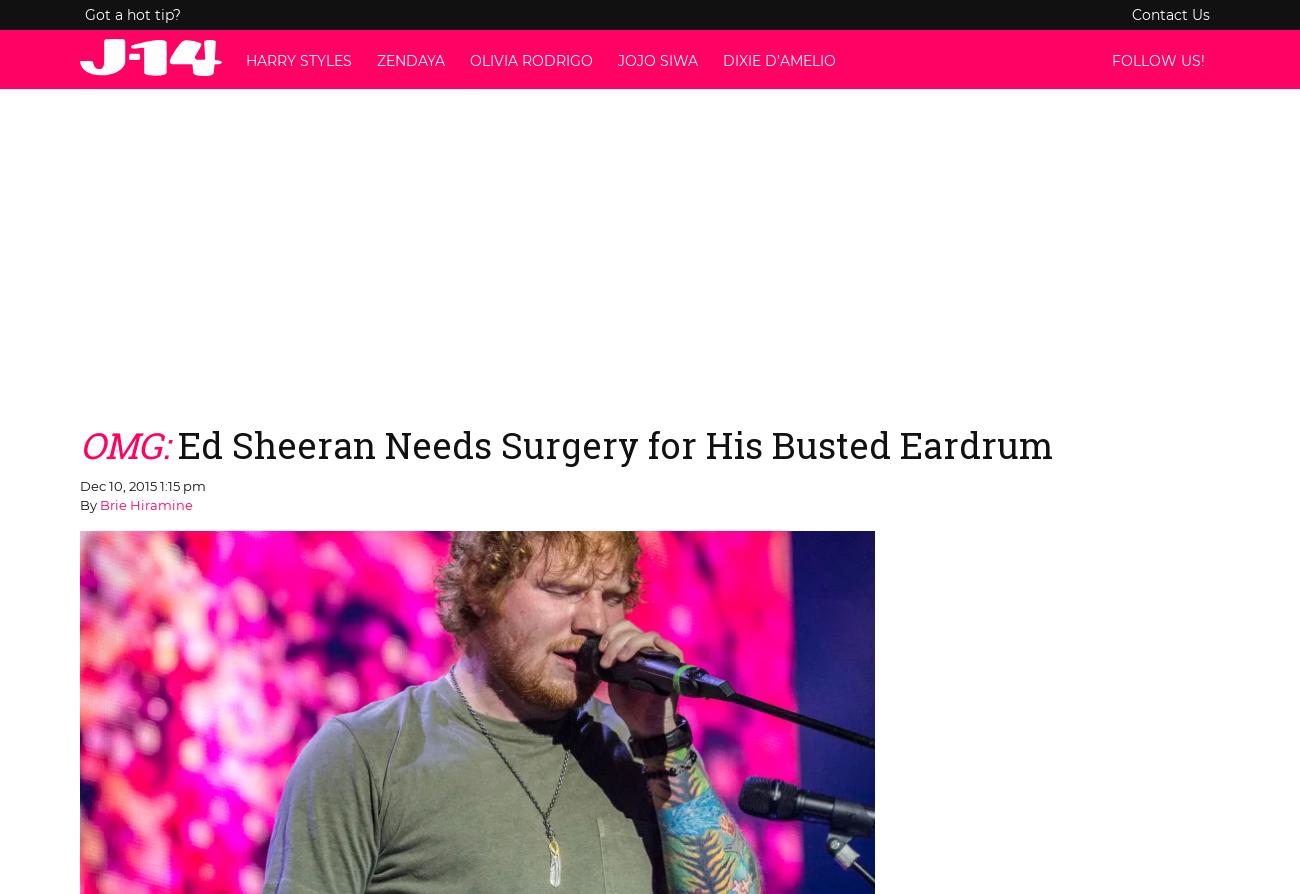  I want to click on 'Dec 10, 2015 1:15 pm', so click(142, 484).